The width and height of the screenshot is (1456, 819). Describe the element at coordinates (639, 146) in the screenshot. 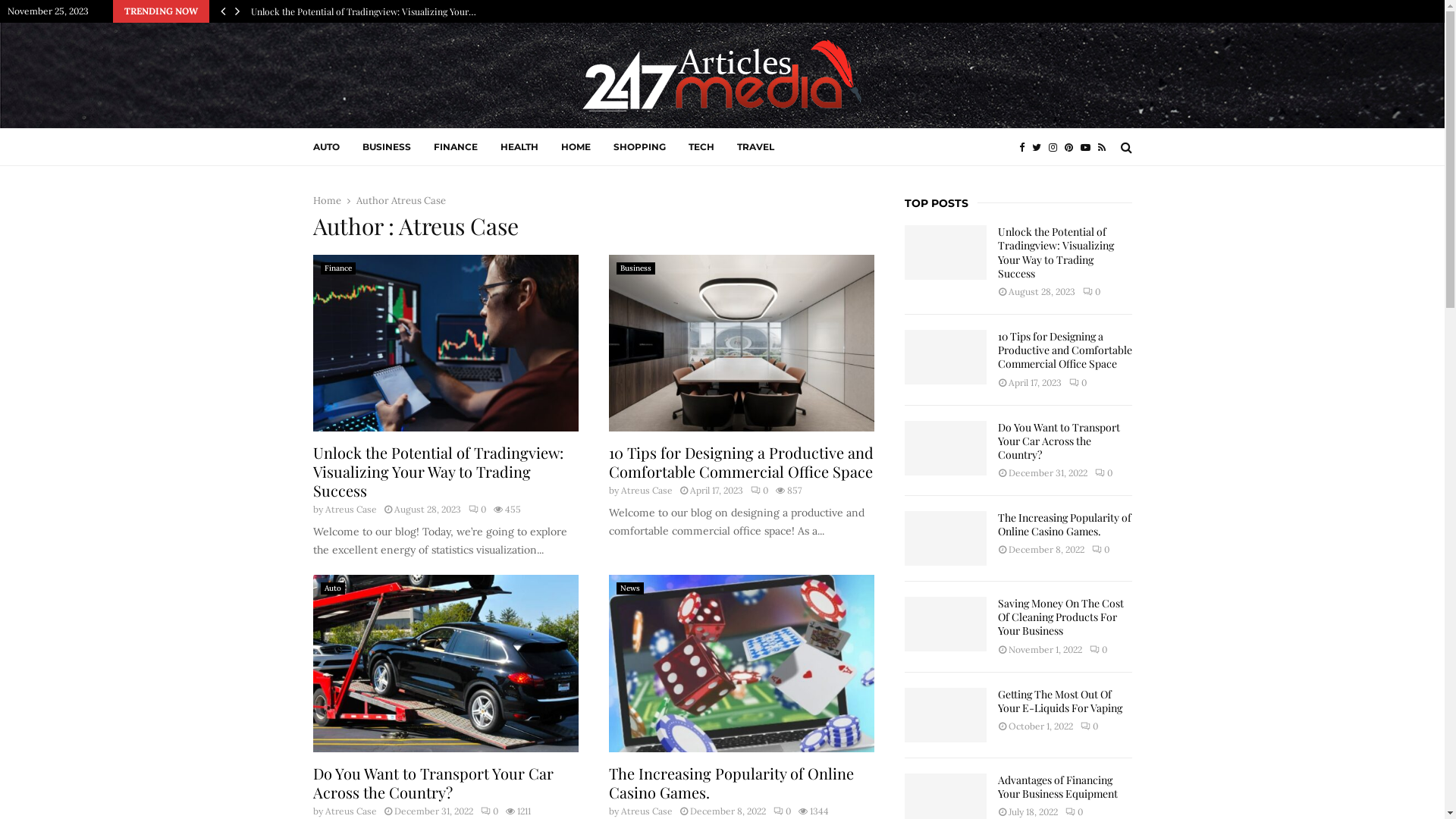

I see `'SHOPPING'` at that location.